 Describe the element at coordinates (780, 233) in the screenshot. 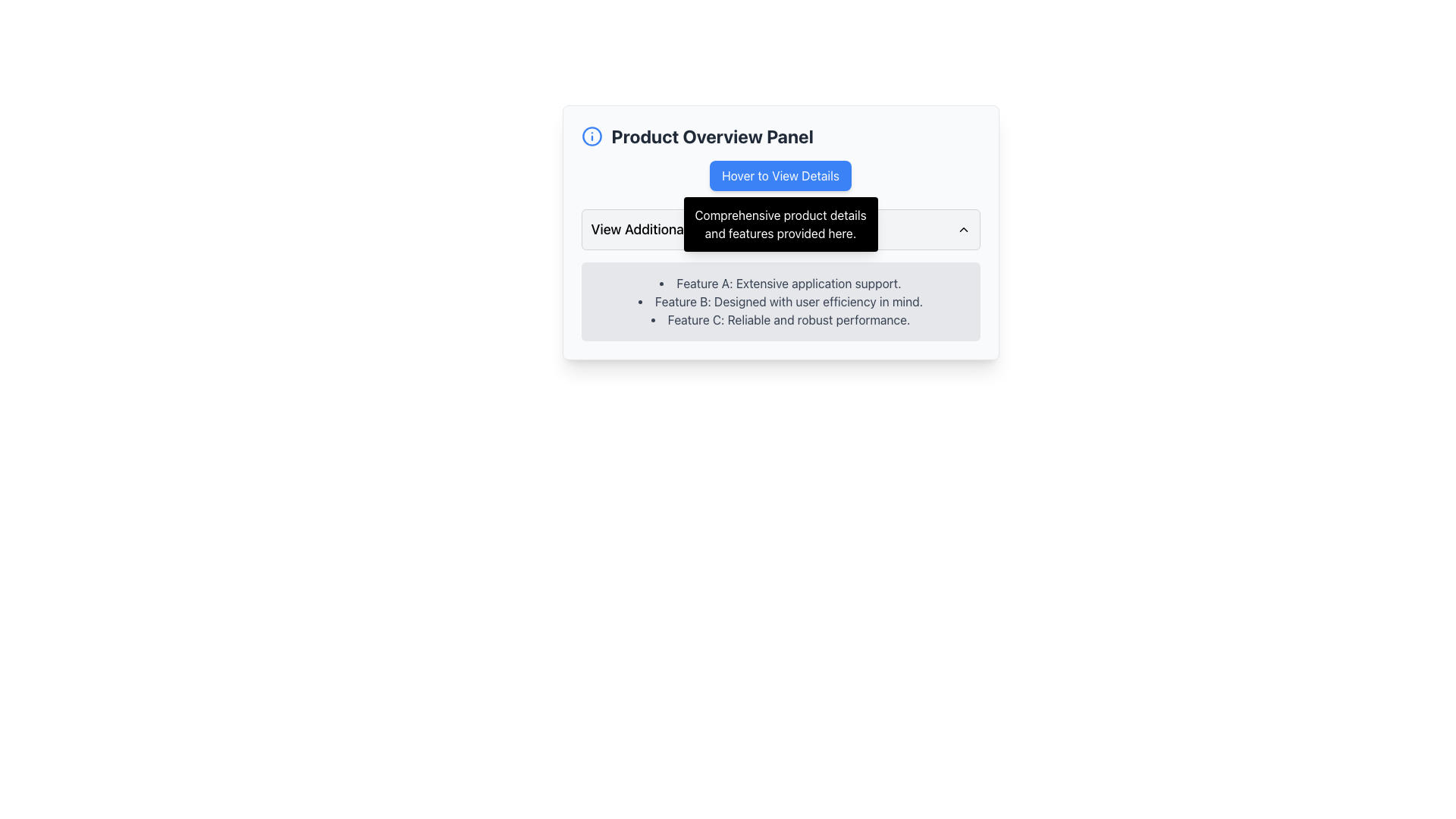

I see `the compact rectangular panel with a light gray background` at that location.